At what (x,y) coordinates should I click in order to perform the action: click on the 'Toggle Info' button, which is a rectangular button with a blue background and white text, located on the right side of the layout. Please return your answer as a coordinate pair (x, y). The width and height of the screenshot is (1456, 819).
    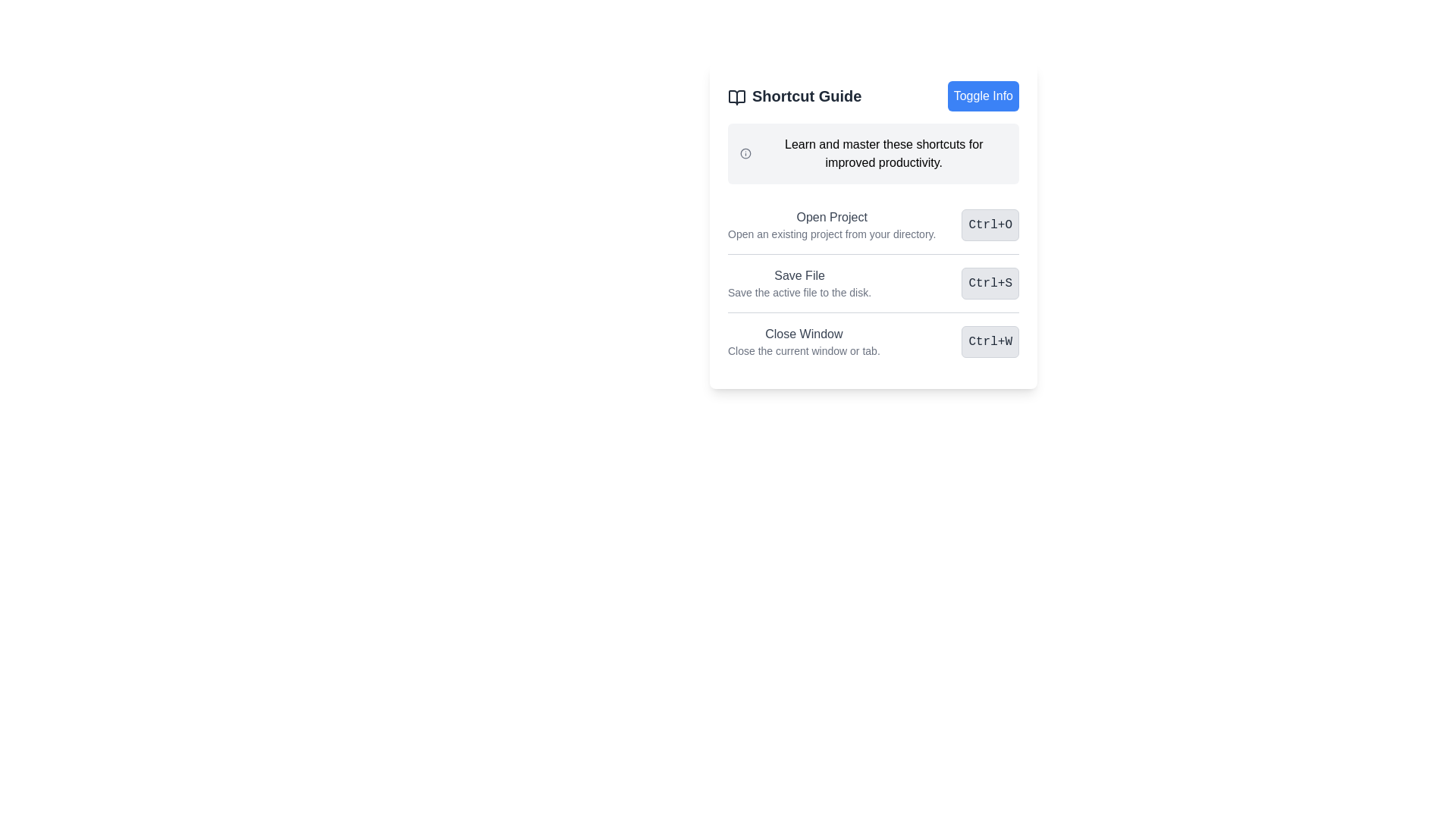
    Looking at the image, I should click on (983, 96).